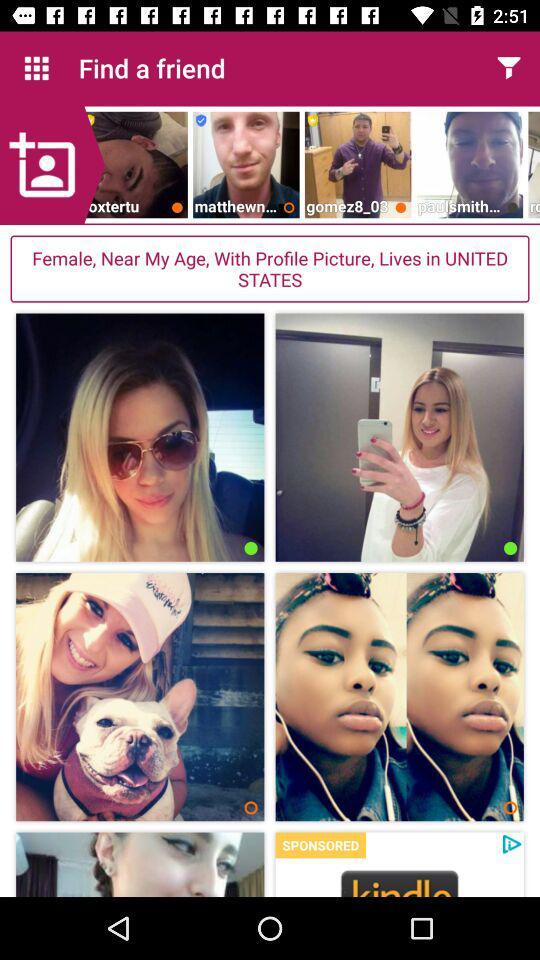 The width and height of the screenshot is (540, 960). I want to click on click sponsored profile, so click(399, 881).